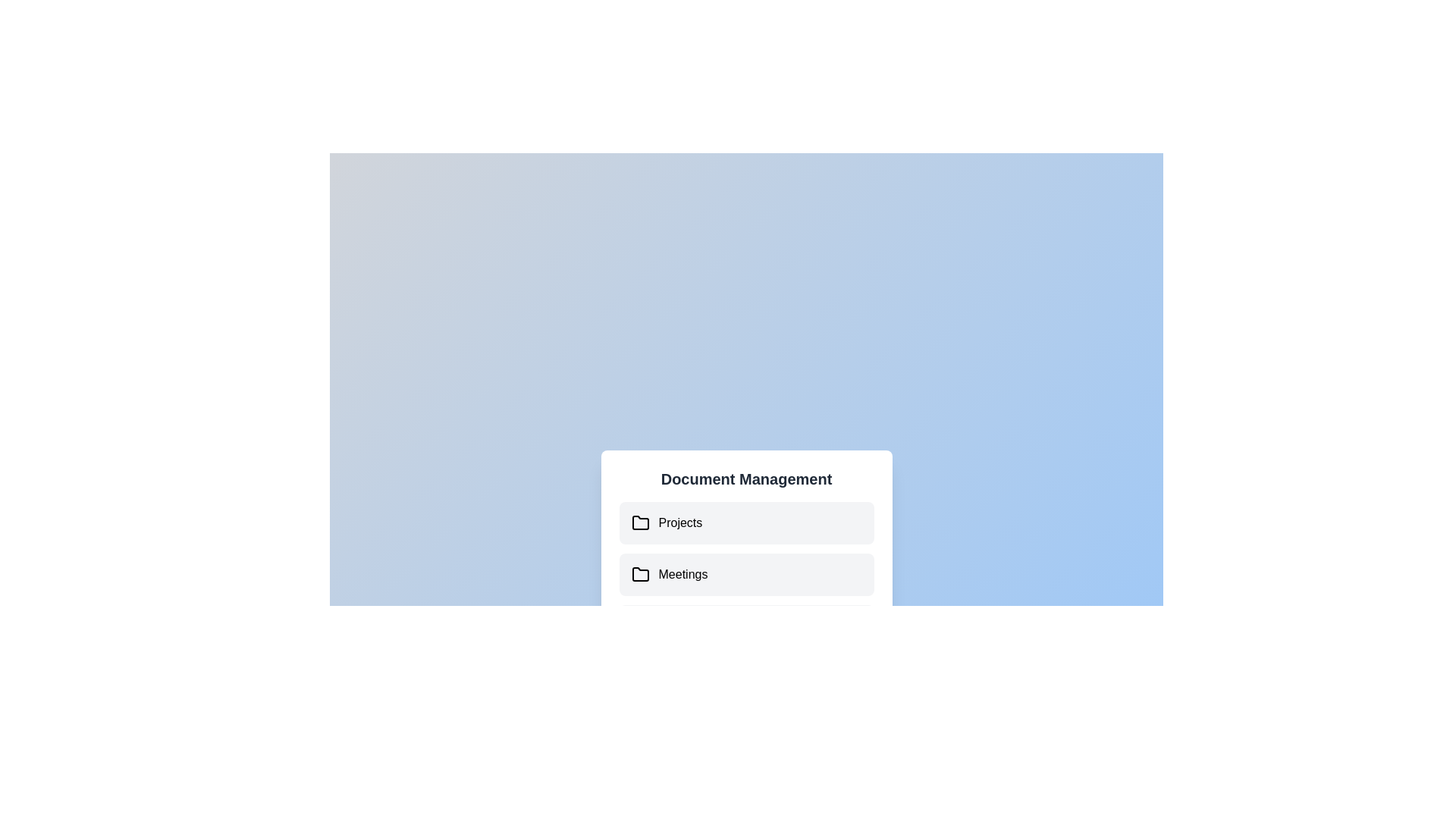  What do you see at coordinates (746, 626) in the screenshot?
I see `the document 'Meeting Notes.docx' under the folder 'Users'` at bounding box center [746, 626].